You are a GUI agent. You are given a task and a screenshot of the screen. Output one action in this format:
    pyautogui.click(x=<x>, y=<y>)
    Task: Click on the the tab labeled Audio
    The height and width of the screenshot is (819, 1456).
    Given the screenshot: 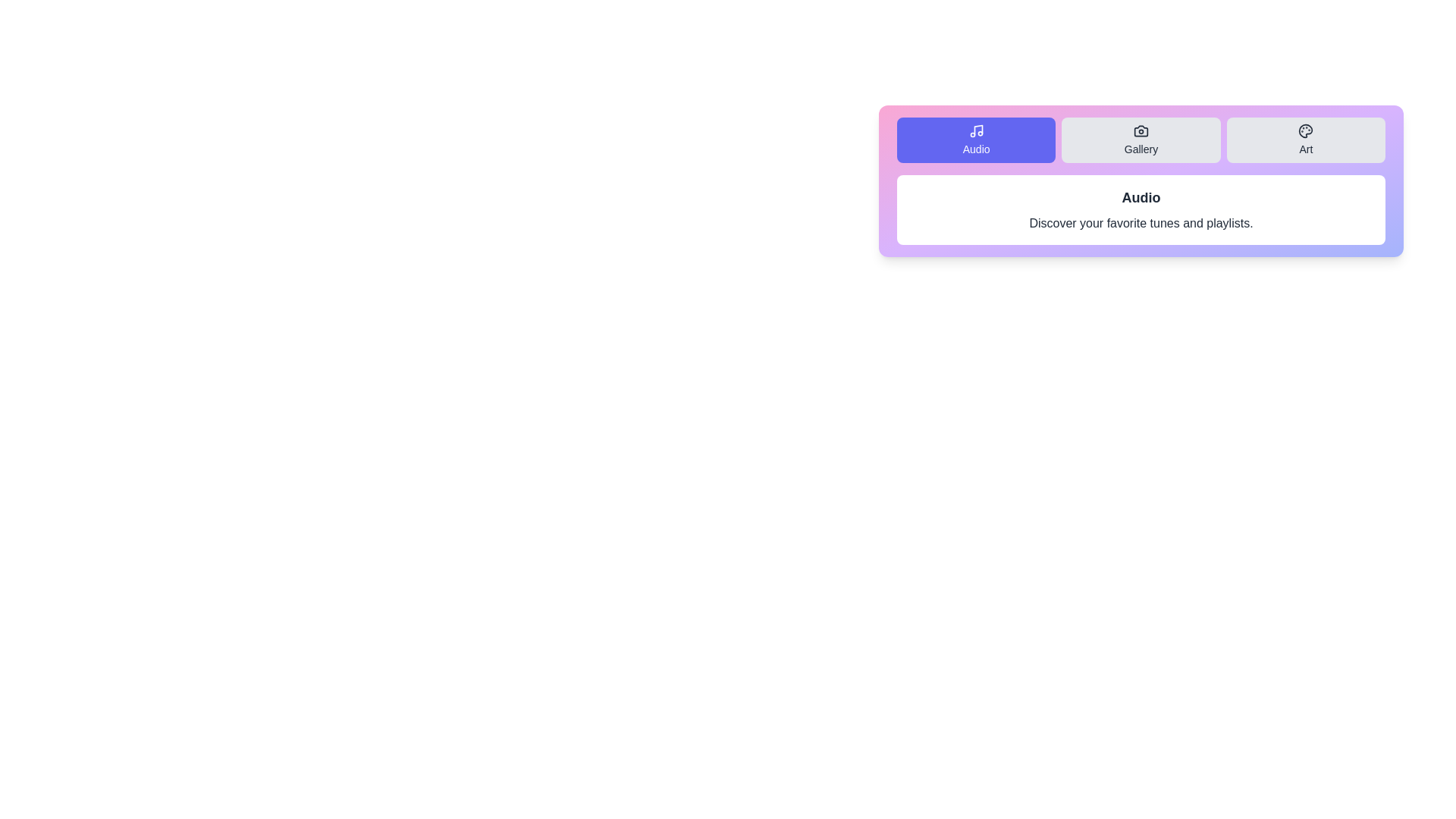 What is the action you would take?
    pyautogui.click(x=976, y=140)
    